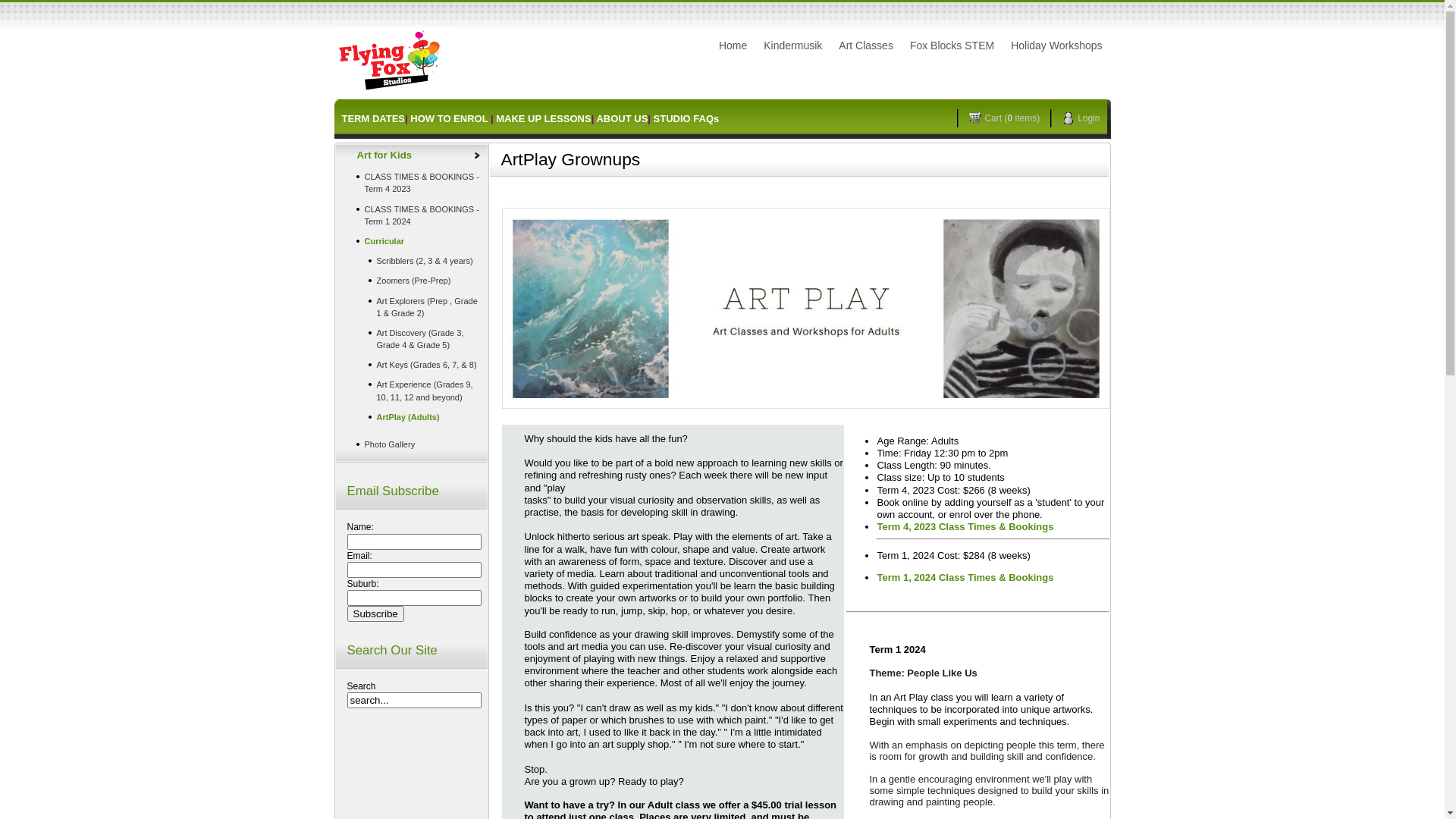 This screenshot has width=1456, height=819. Describe the element at coordinates (877, 529) in the screenshot. I see `'Term 4, 2023 Class Times & Bookings'` at that location.